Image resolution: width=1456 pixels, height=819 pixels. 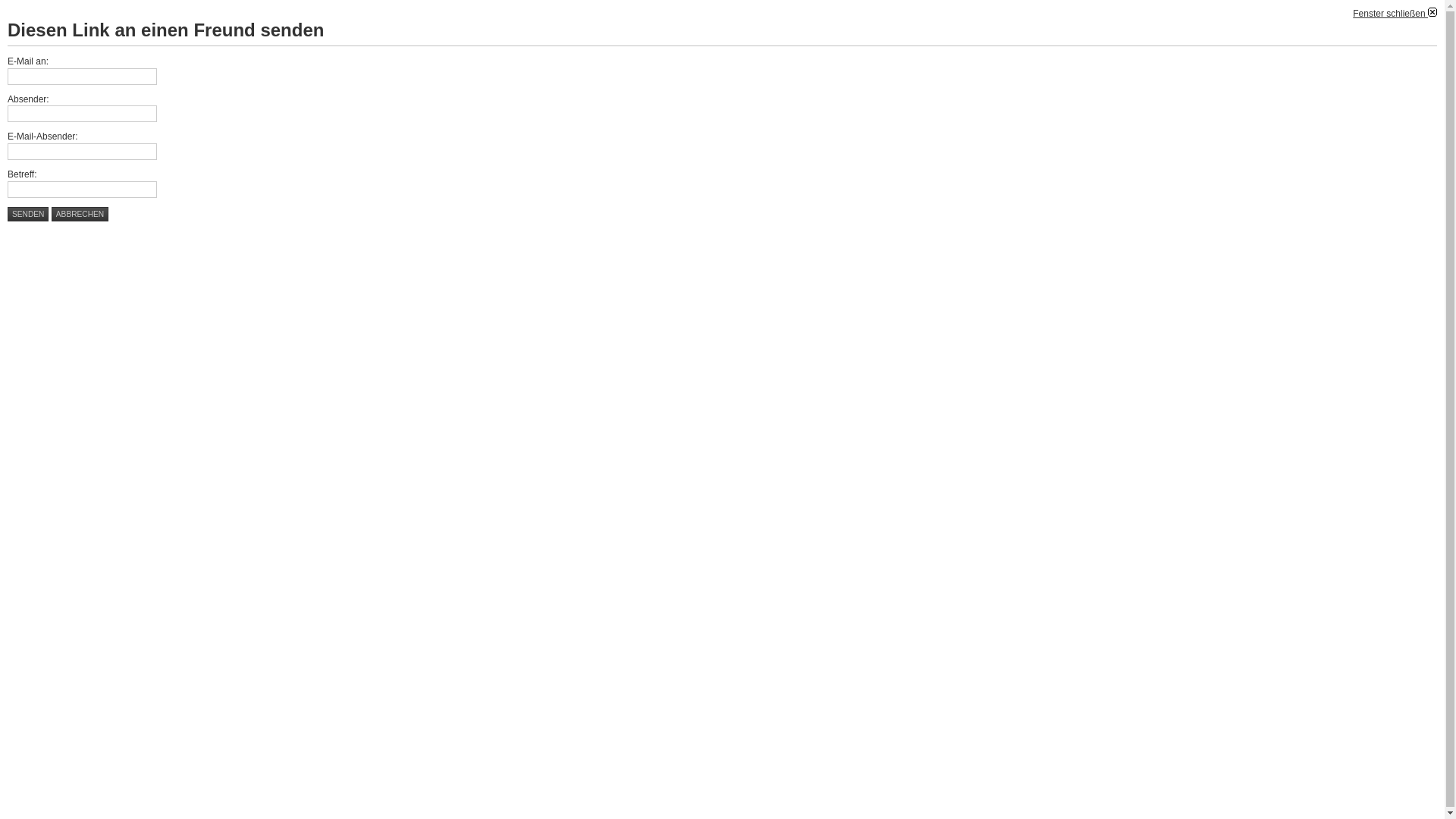 I want to click on 'SENDEN', so click(x=28, y=214).